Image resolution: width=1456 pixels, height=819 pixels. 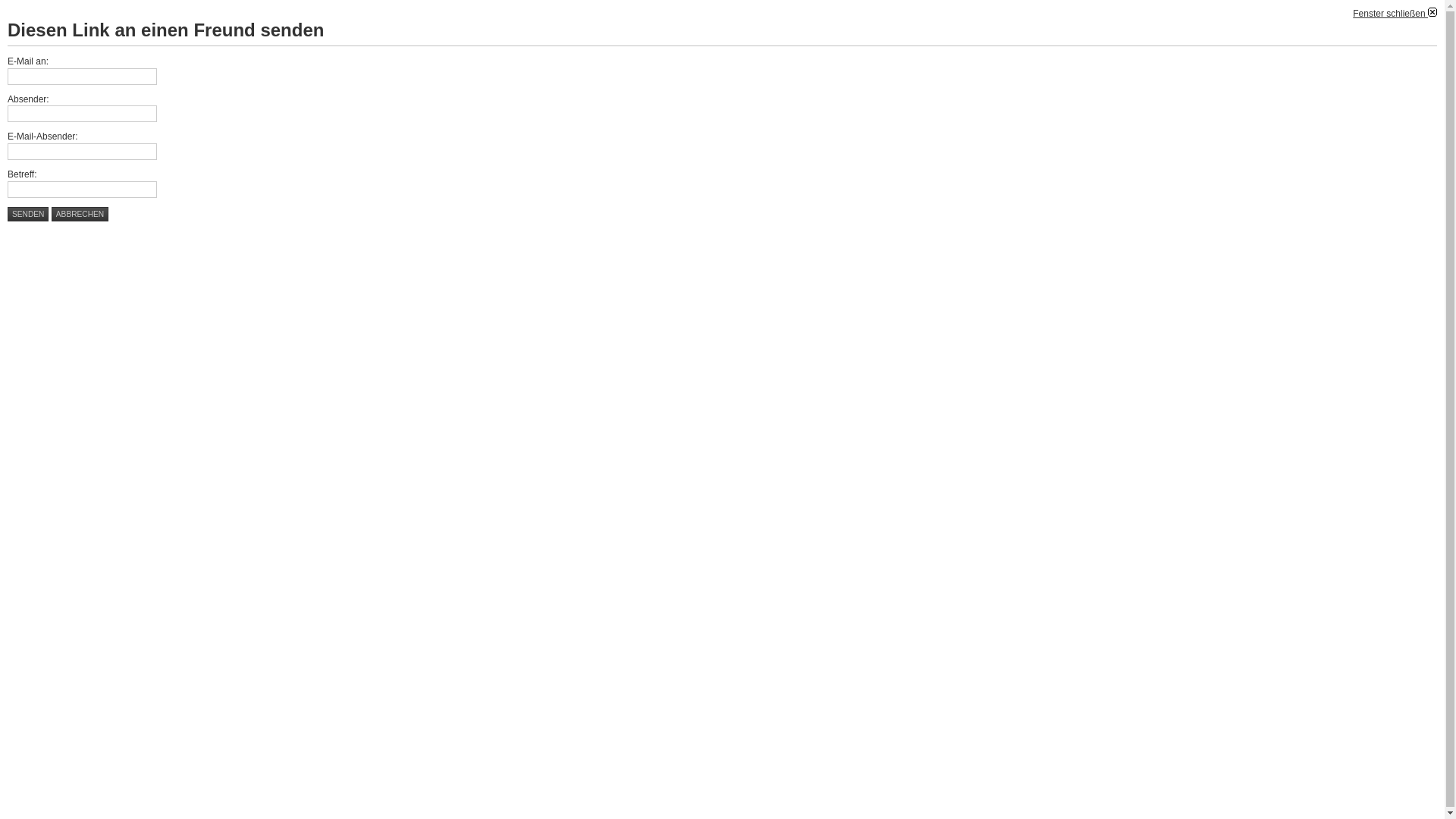 I want to click on 'SENDEN', so click(x=28, y=214).